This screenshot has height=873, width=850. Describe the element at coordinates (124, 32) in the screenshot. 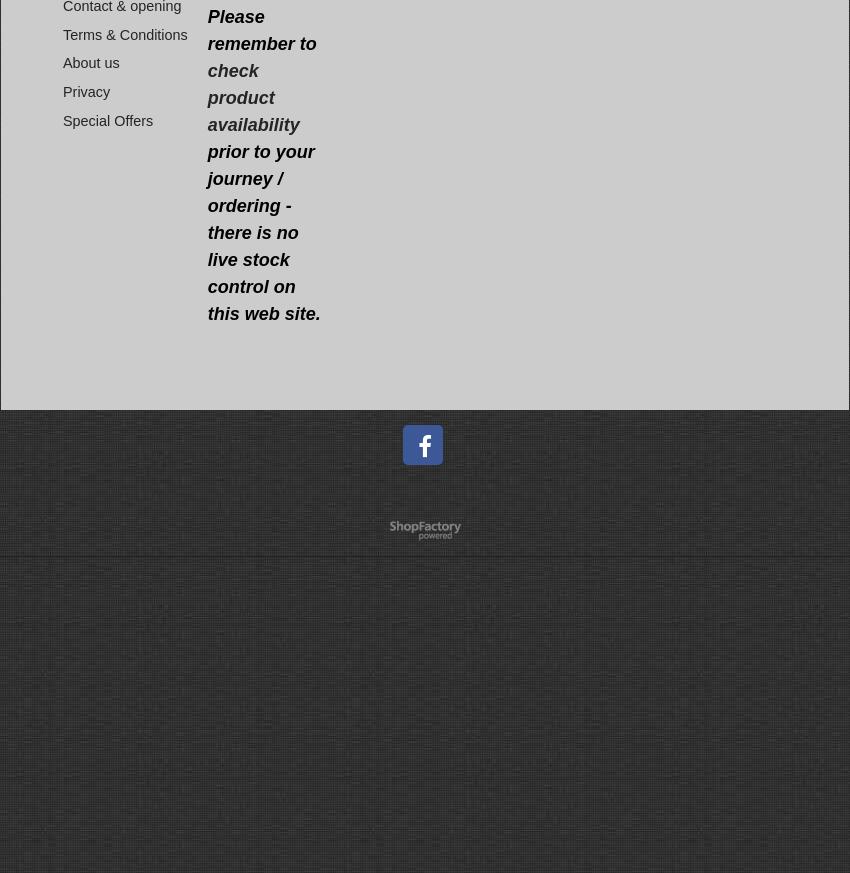

I see `'Terms & Conditions'` at that location.